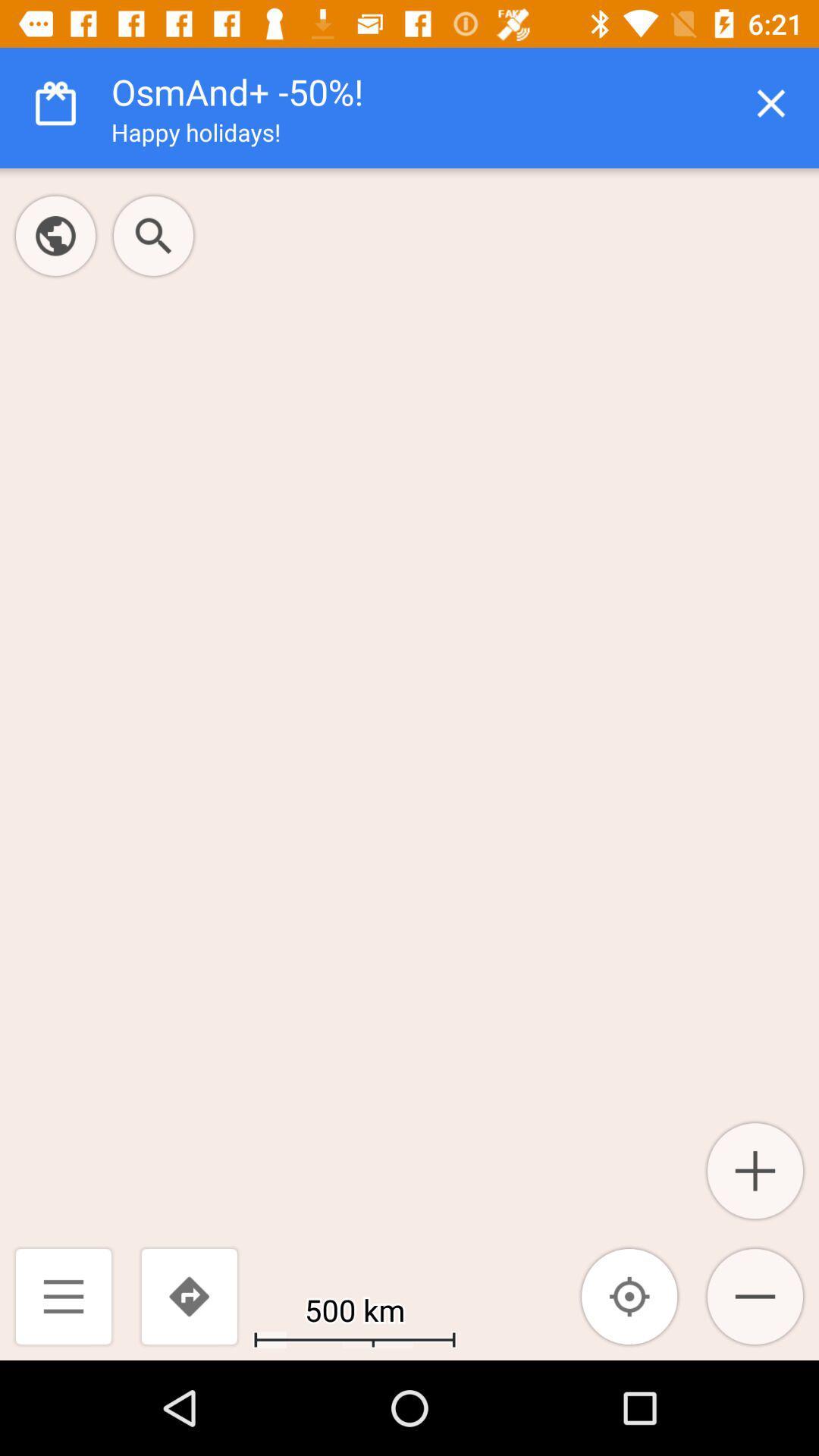 The width and height of the screenshot is (819, 1456). Describe the element at coordinates (55, 102) in the screenshot. I see `the gift icon` at that location.